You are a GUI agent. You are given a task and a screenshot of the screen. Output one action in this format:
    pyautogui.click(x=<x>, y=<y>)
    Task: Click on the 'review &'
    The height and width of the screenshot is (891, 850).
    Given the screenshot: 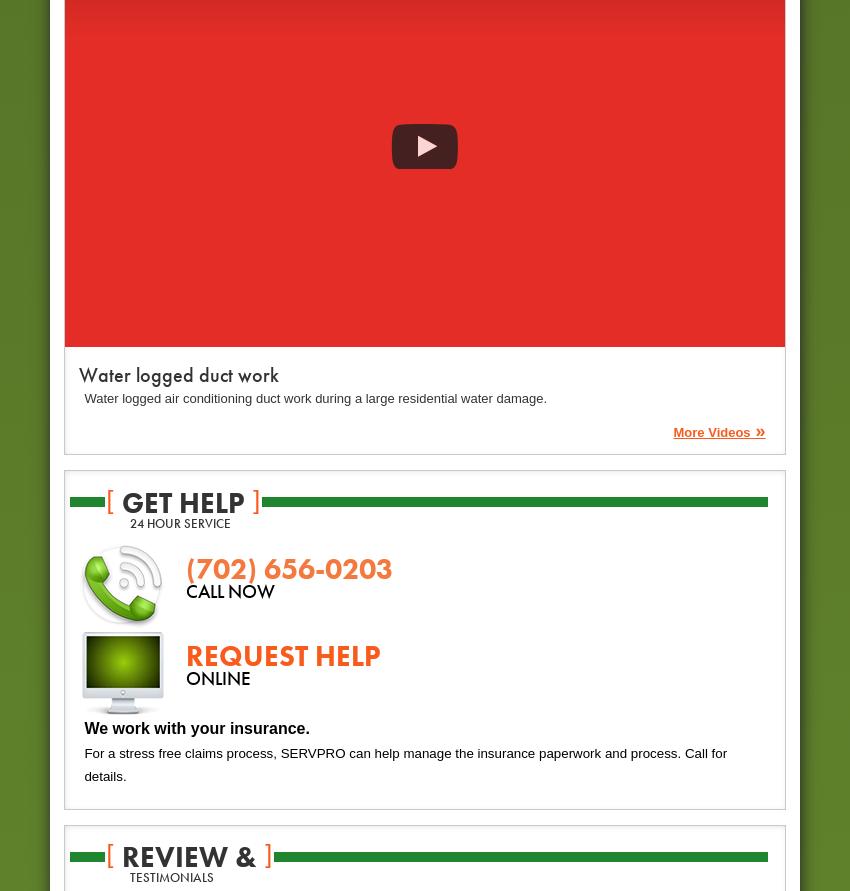 What is the action you would take?
    pyautogui.click(x=187, y=855)
    